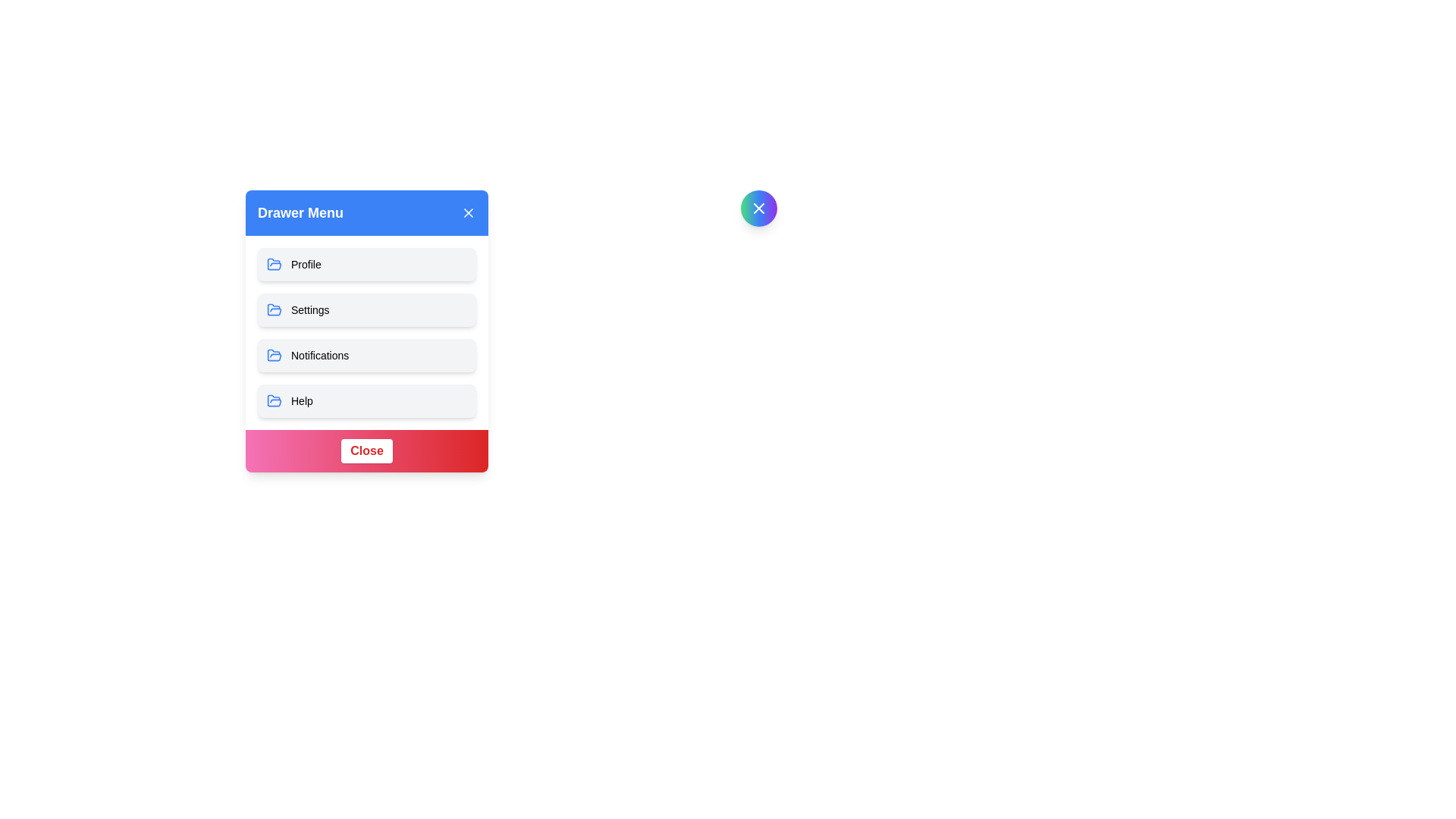 Image resolution: width=1456 pixels, height=819 pixels. Describe the element at coordinates (367, 330) in the screenshot. I see `the second menu button for accessing the Settings section of the application, located below the Profile item and above the Notifications item` at that location.